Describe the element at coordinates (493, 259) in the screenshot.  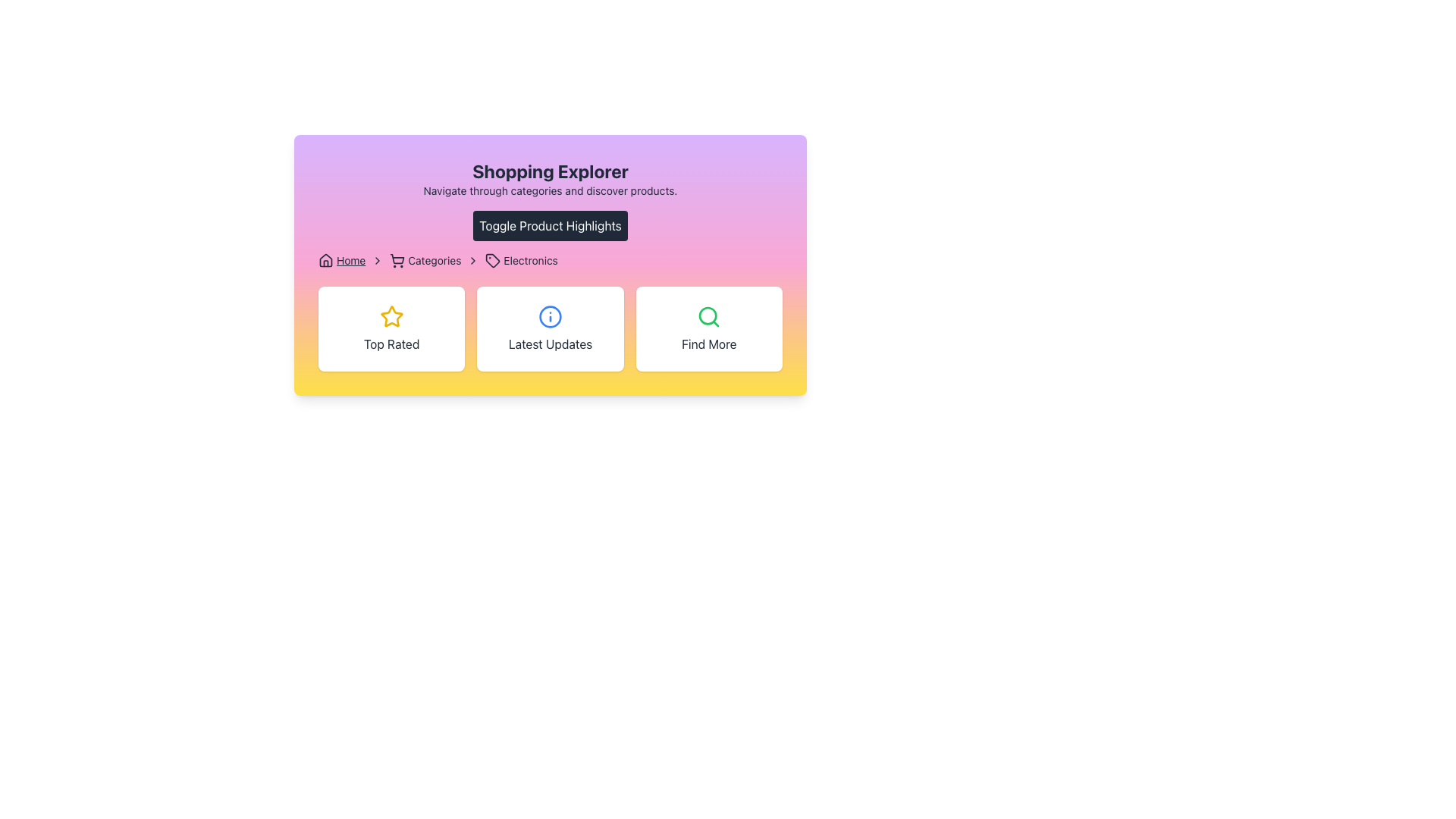
I see `the tag-shaped icon in the breadcrumb navigation area, located before the text 'Electronics'` at that location.